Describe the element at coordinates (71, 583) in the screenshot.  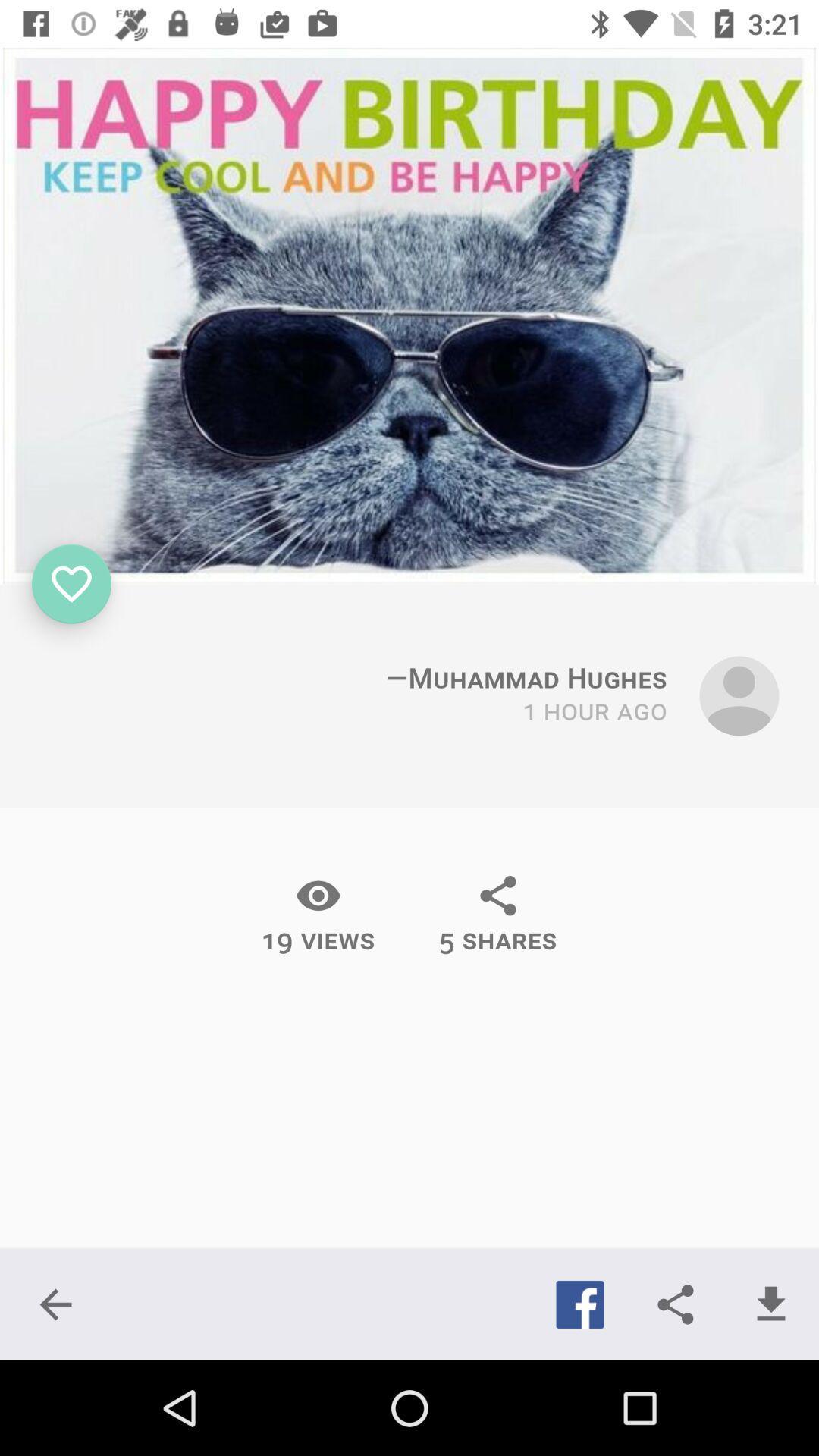
I see `icon which is below the image` at that location.